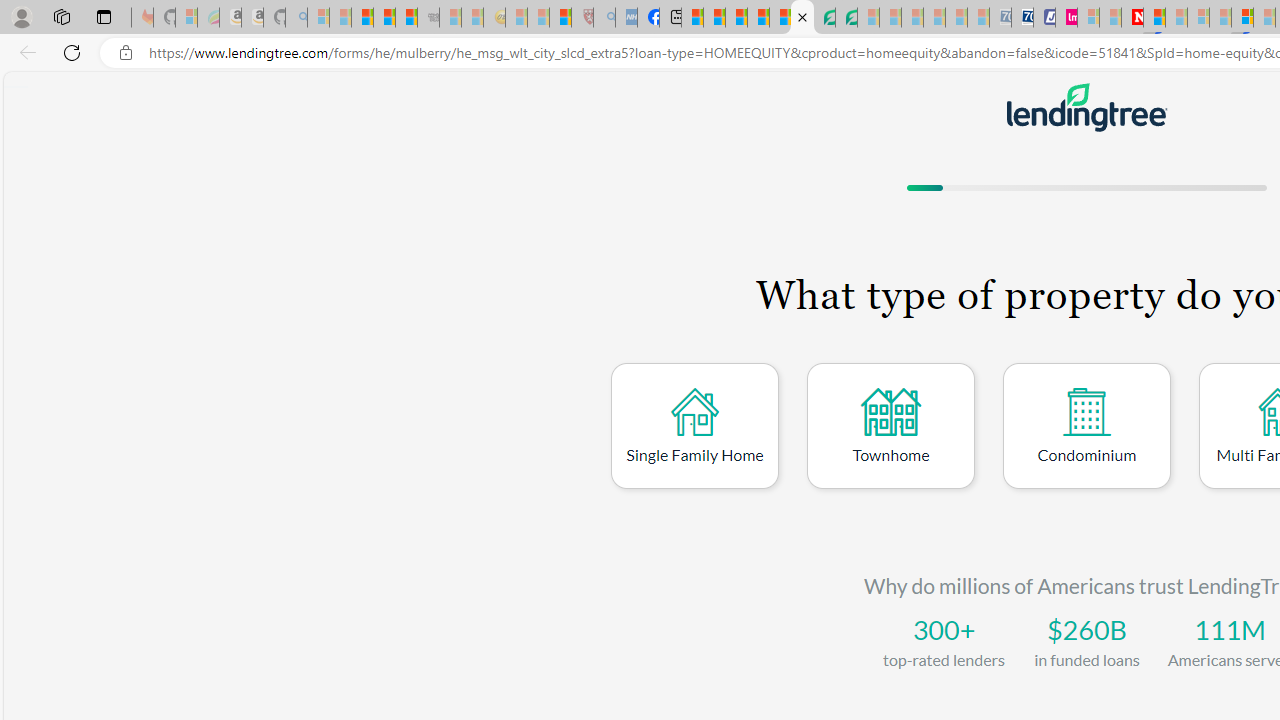  What do you see at coordinates (1022, 17) in the screenshot?
I see `'Cheap Hotels - Save70.com'` at bounding box center [1022, 17].